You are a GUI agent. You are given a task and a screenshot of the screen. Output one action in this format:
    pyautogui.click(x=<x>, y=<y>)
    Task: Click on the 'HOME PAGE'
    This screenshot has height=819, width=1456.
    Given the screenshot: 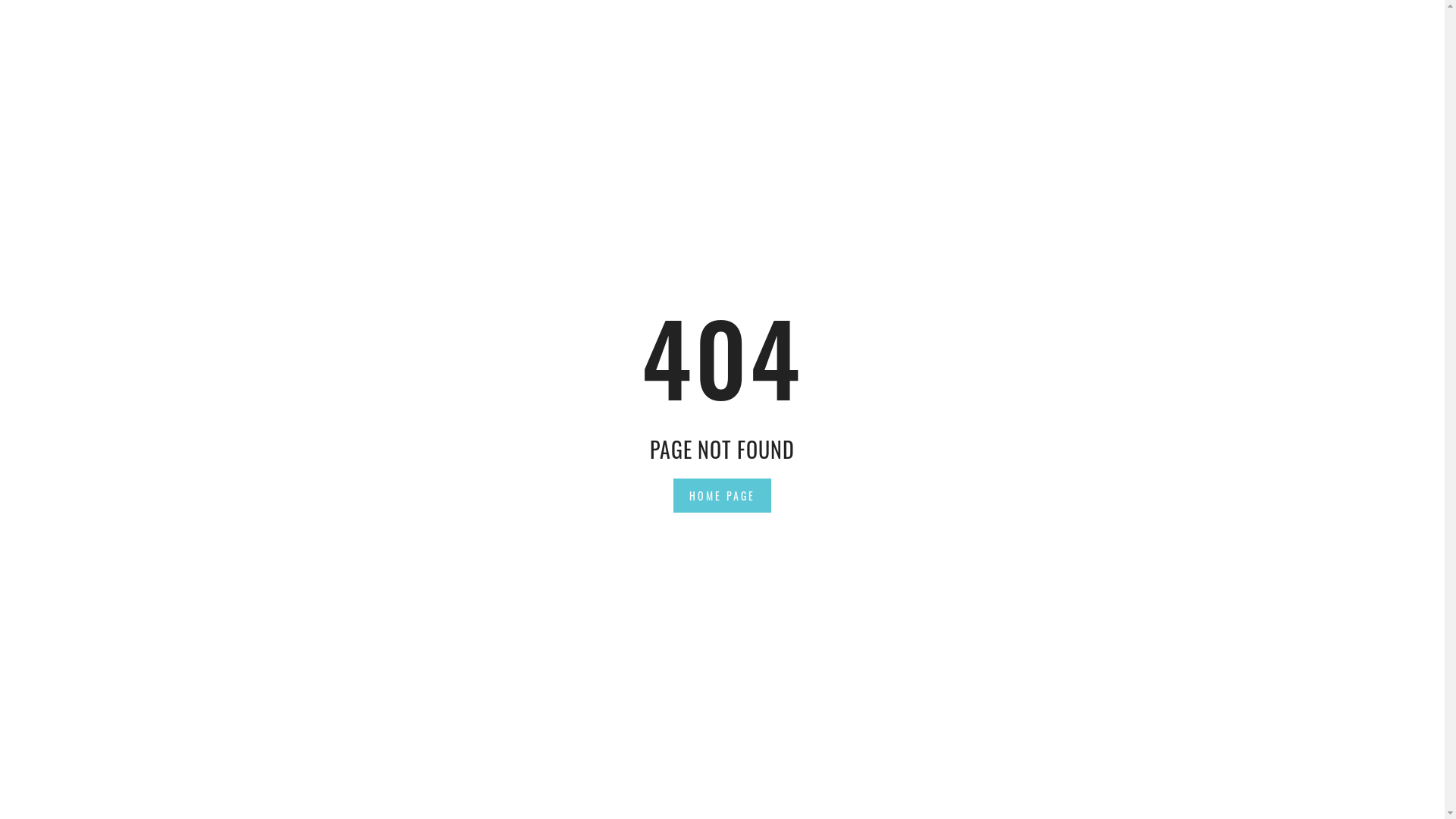 What is the action you would take?
    pyautogui.click(x=721, y=494)
    